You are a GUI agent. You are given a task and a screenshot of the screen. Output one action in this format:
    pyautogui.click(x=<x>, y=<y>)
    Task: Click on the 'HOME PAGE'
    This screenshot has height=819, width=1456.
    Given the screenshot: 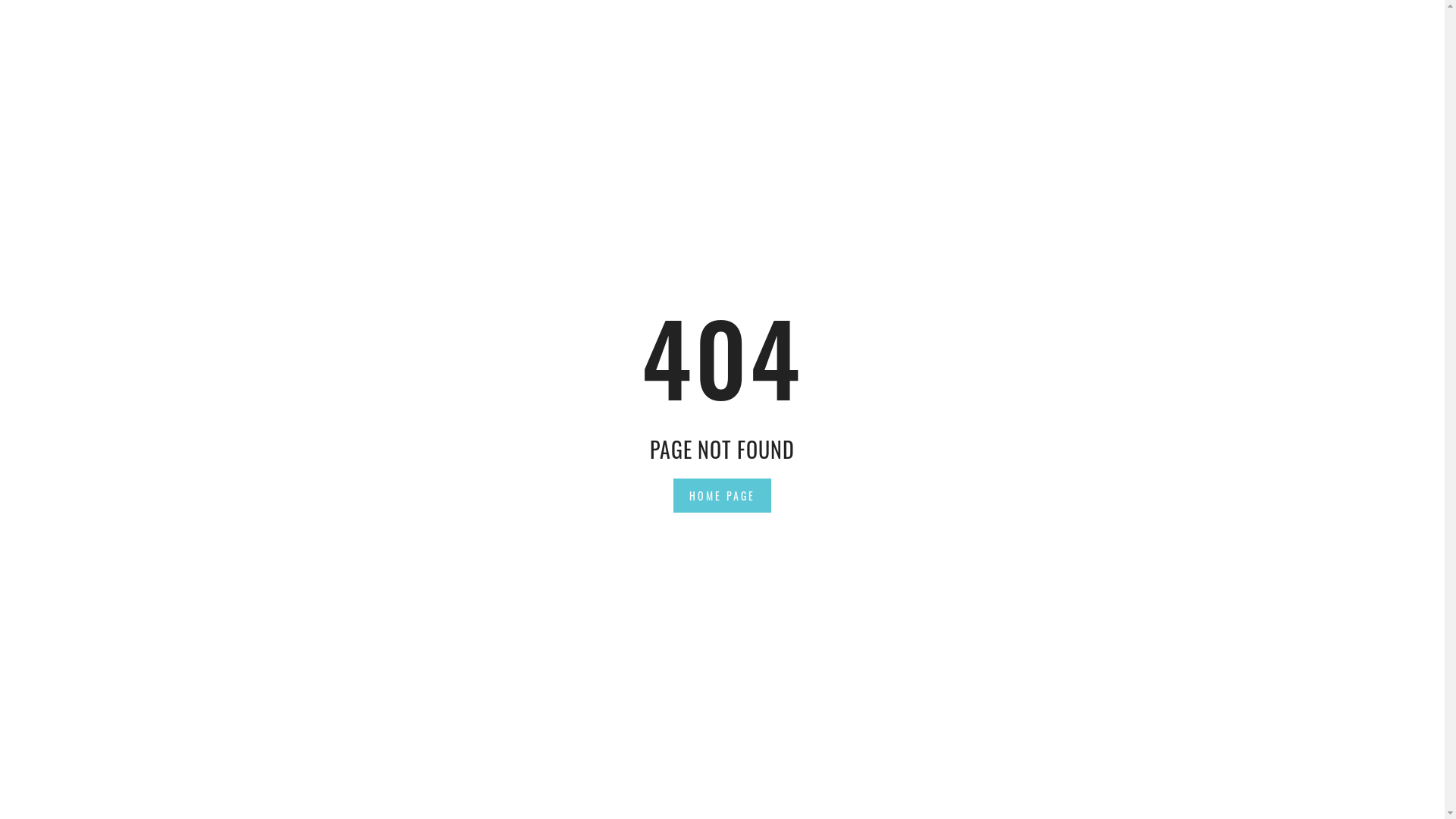 What is the action you would take?
    pyautogui.click(x=721, y=494)
    